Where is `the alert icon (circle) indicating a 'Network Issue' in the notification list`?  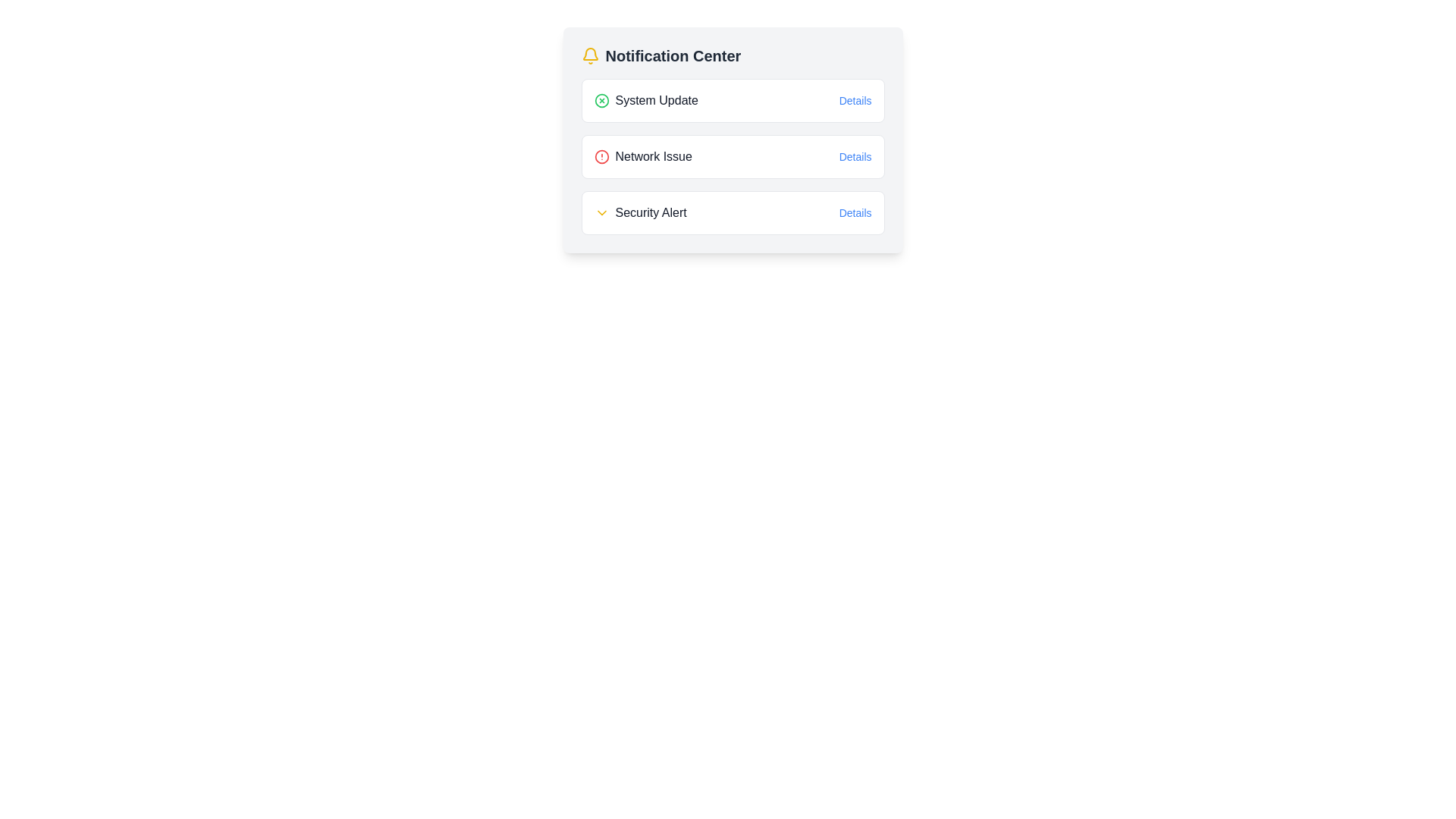
the alert icon (circle) indicating a 'Network Issue' in the notification list is located at coordinates (601, 157).